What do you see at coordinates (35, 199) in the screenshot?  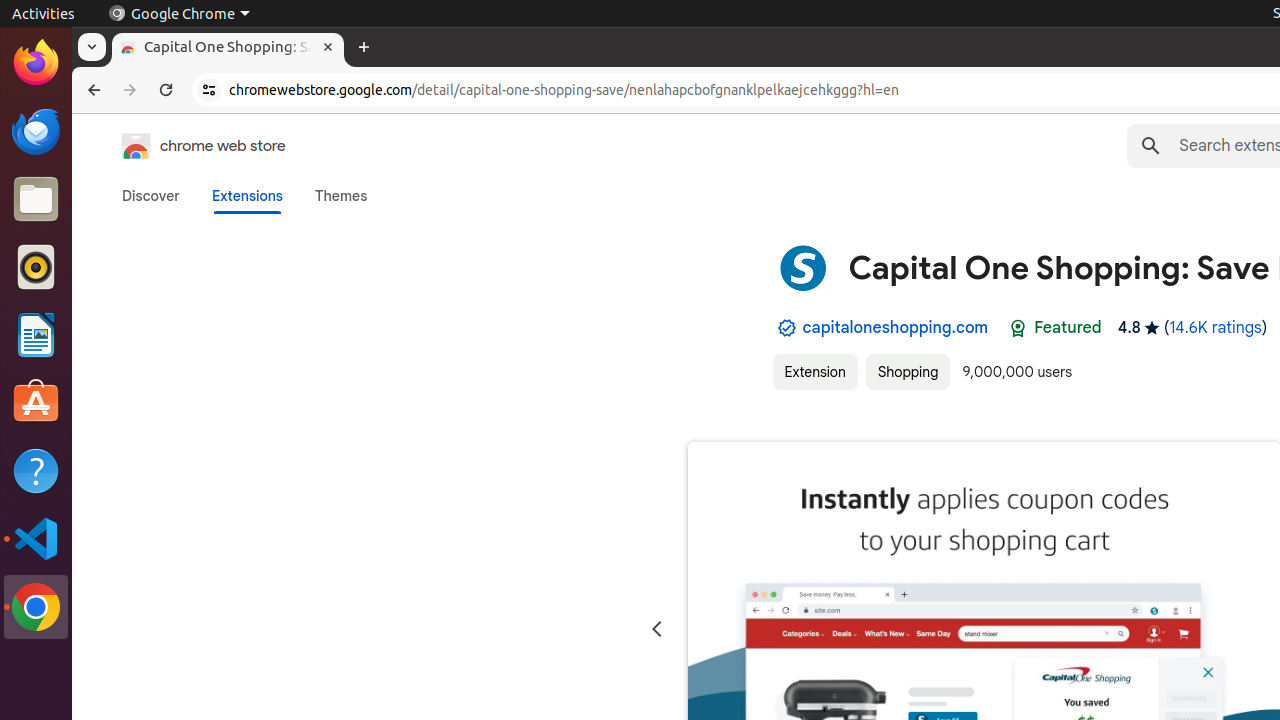 I see `'Files'` at bounding box center [35, 199].